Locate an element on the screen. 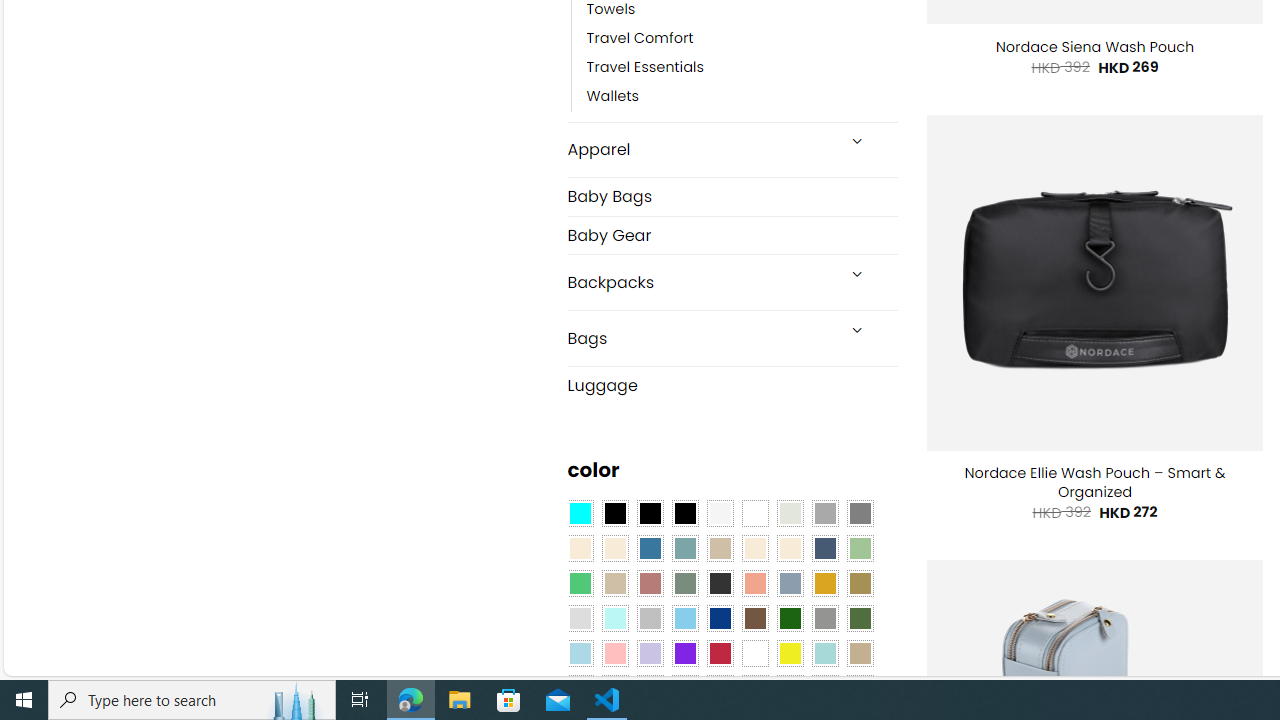 This screenshot has width=1280, height=720. 'Hale Navy' is located at coordinates (824, 549).